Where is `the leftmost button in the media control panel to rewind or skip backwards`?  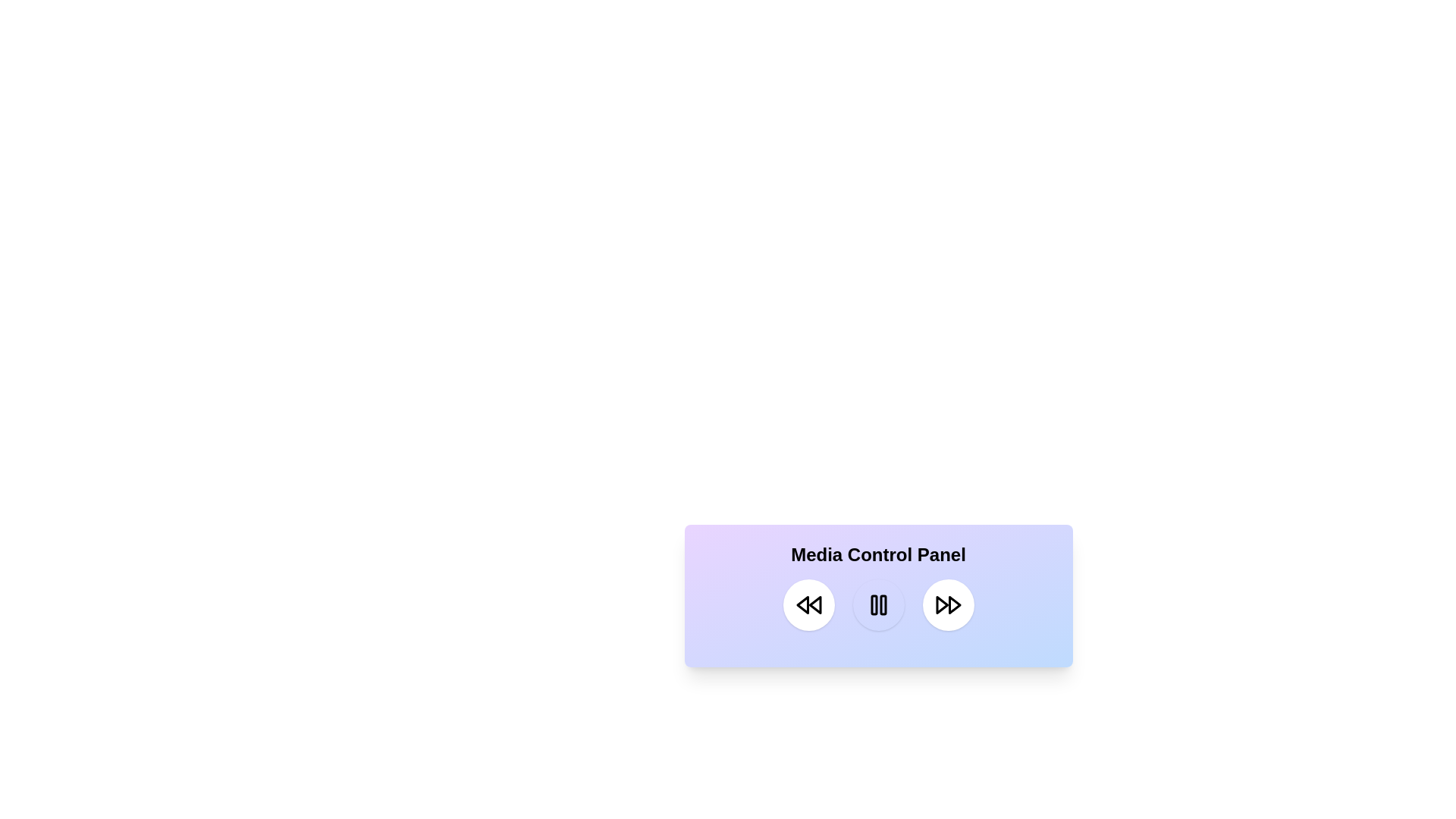
the leftmost button in the media control panel to rewind or skip backwards is located at coordinates (808, 604).